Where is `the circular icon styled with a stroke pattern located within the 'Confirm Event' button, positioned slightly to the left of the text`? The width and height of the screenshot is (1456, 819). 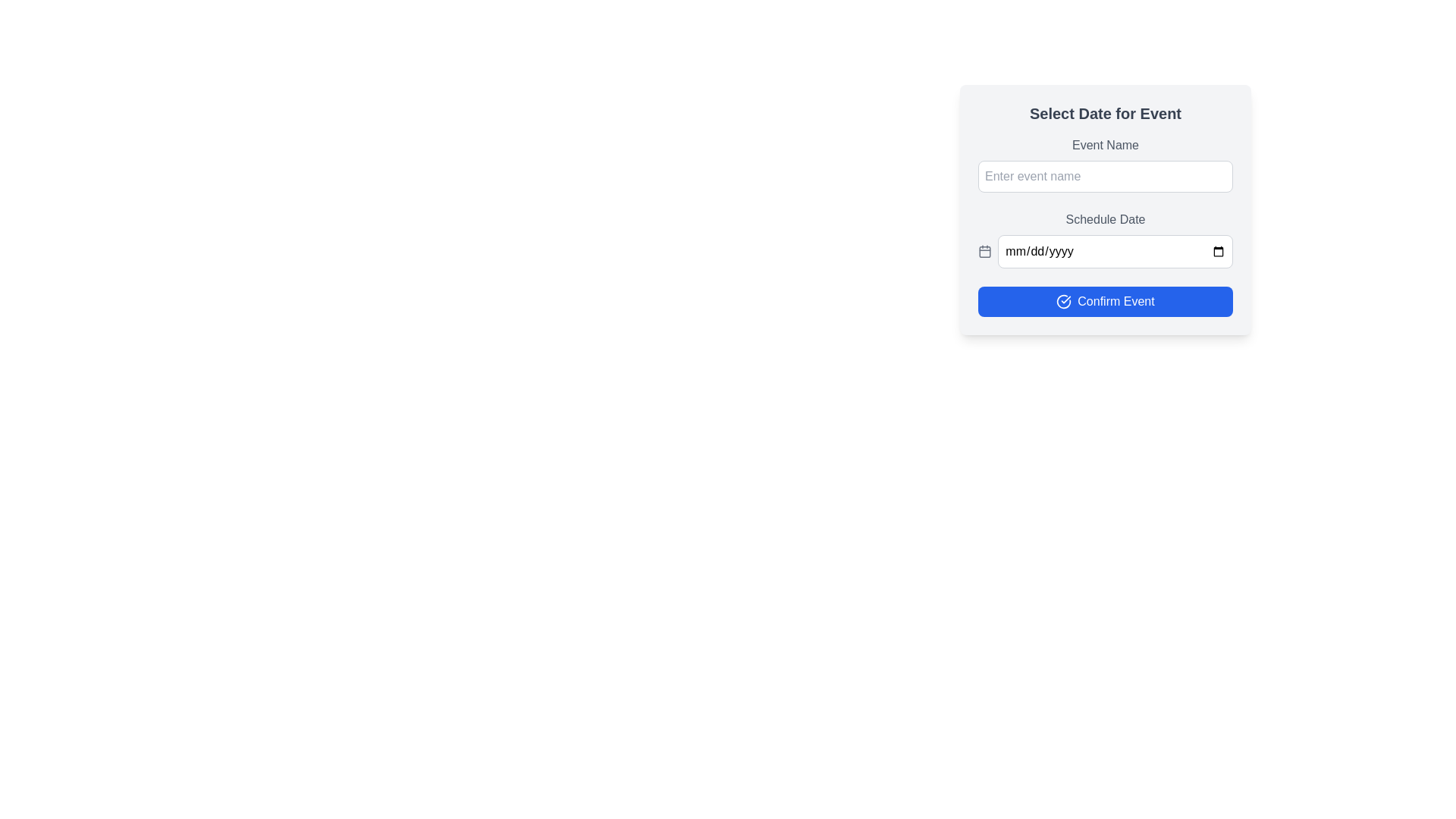
the circular icon styled with a stroke pattern located within the 'Confirm Event' button, positioned slightly to the left of the text is located at coordinates (1063, 301).